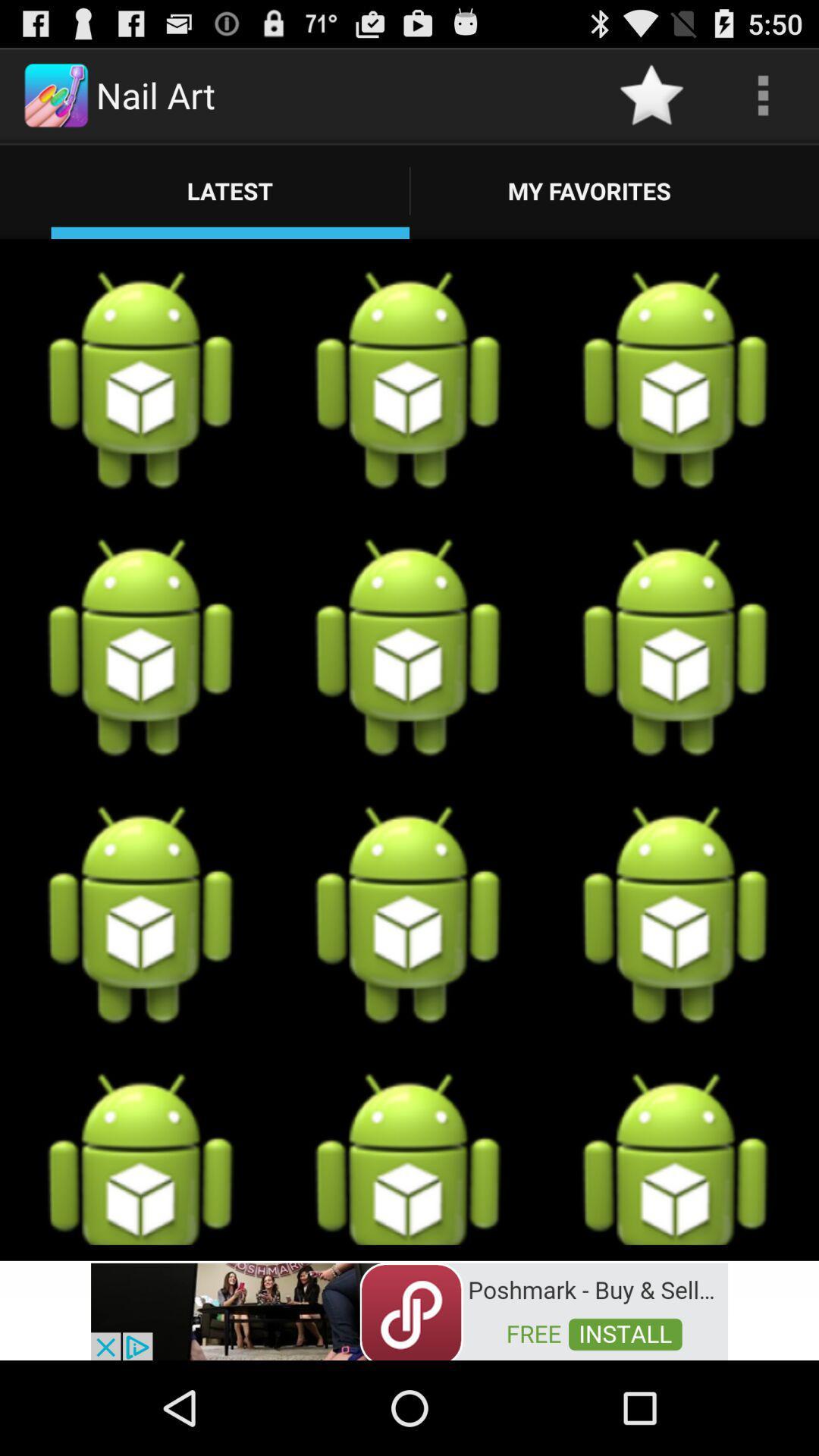  Describe the element at coordinates (408, 381) in the screenshot. I see `the second image from the below` at that location.